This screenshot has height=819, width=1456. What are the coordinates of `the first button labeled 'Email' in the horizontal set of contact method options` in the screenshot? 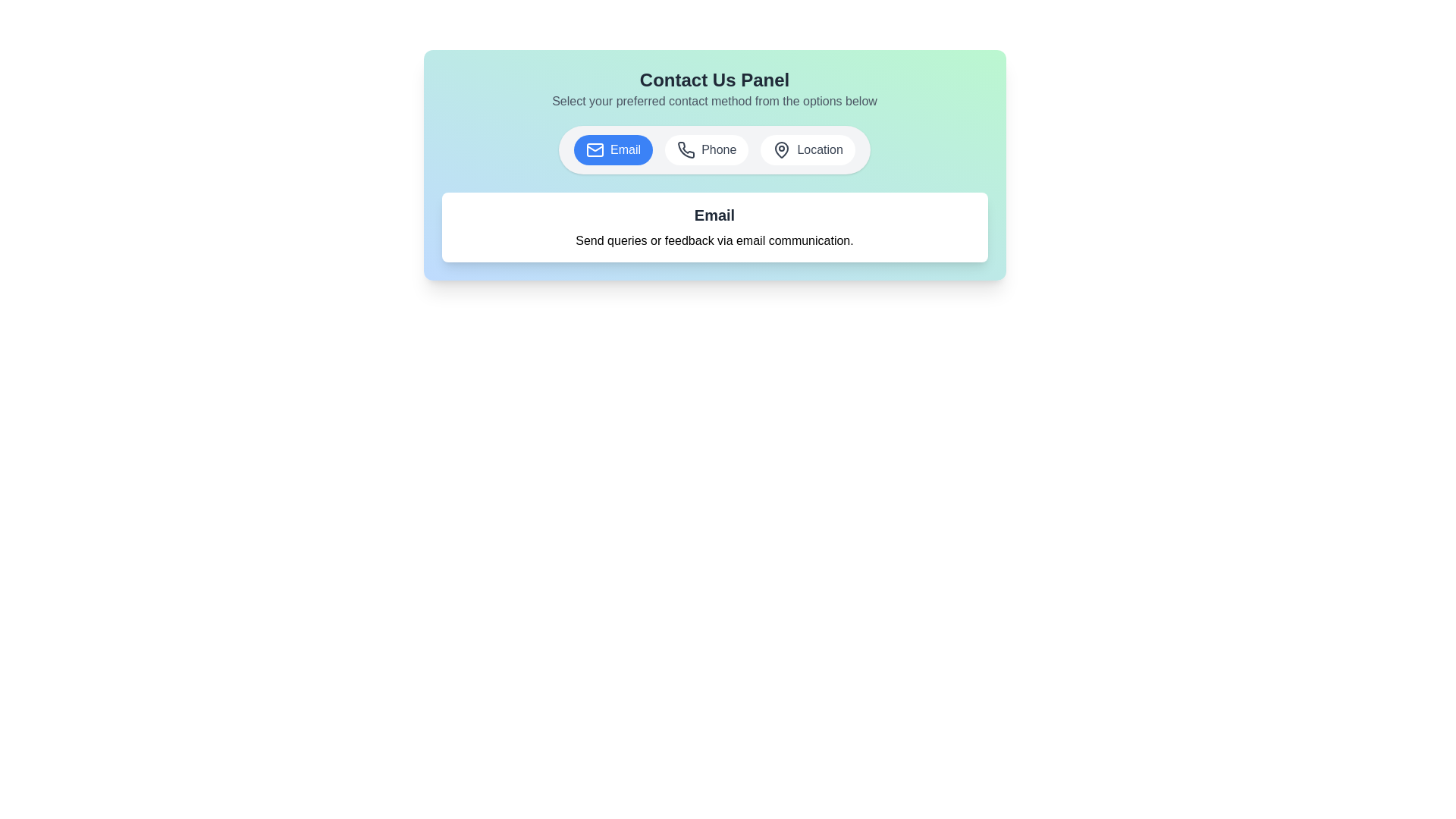 It's located at (613, 149).